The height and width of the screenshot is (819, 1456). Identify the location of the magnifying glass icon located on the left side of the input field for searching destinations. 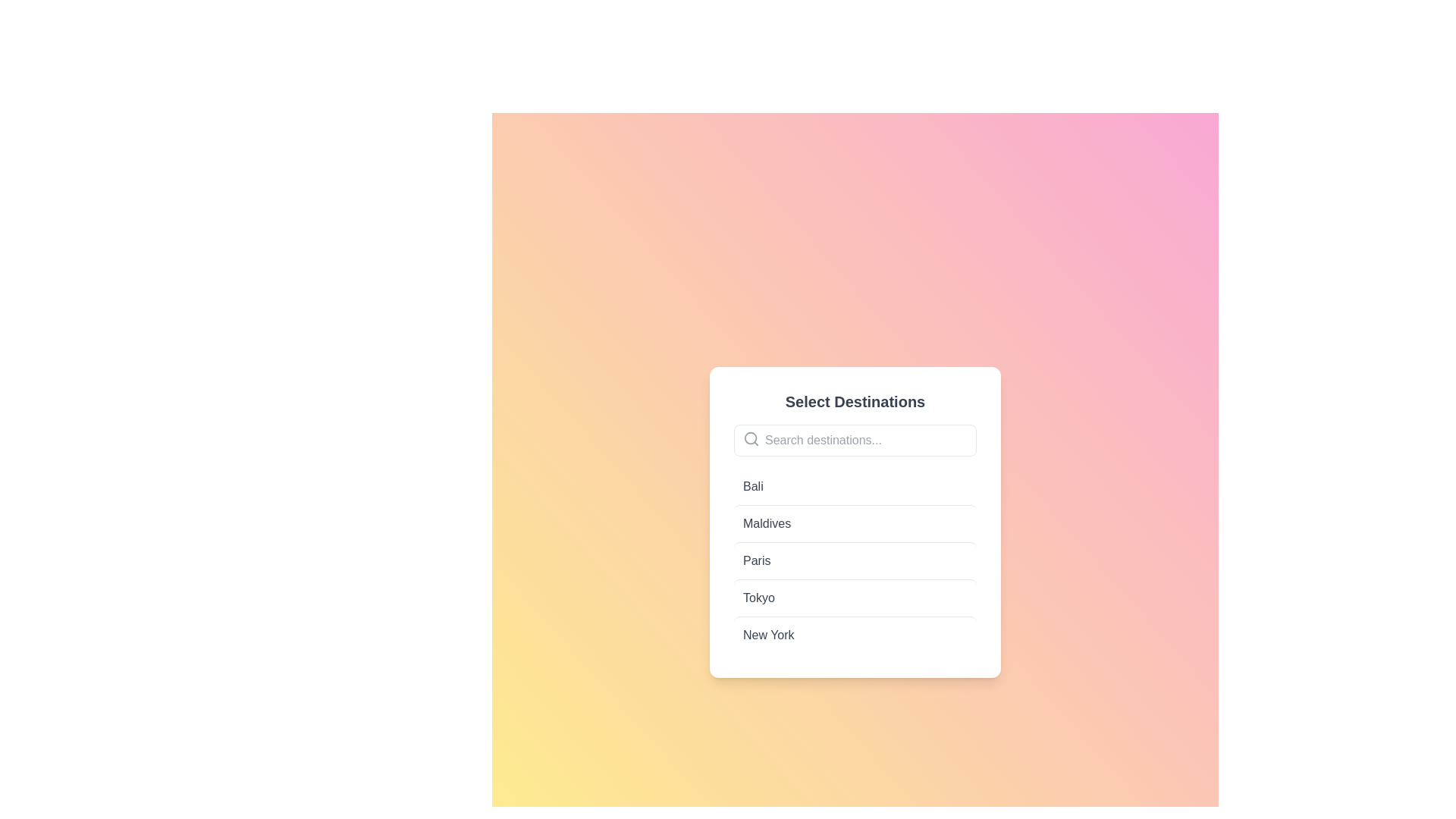
(751, 438).